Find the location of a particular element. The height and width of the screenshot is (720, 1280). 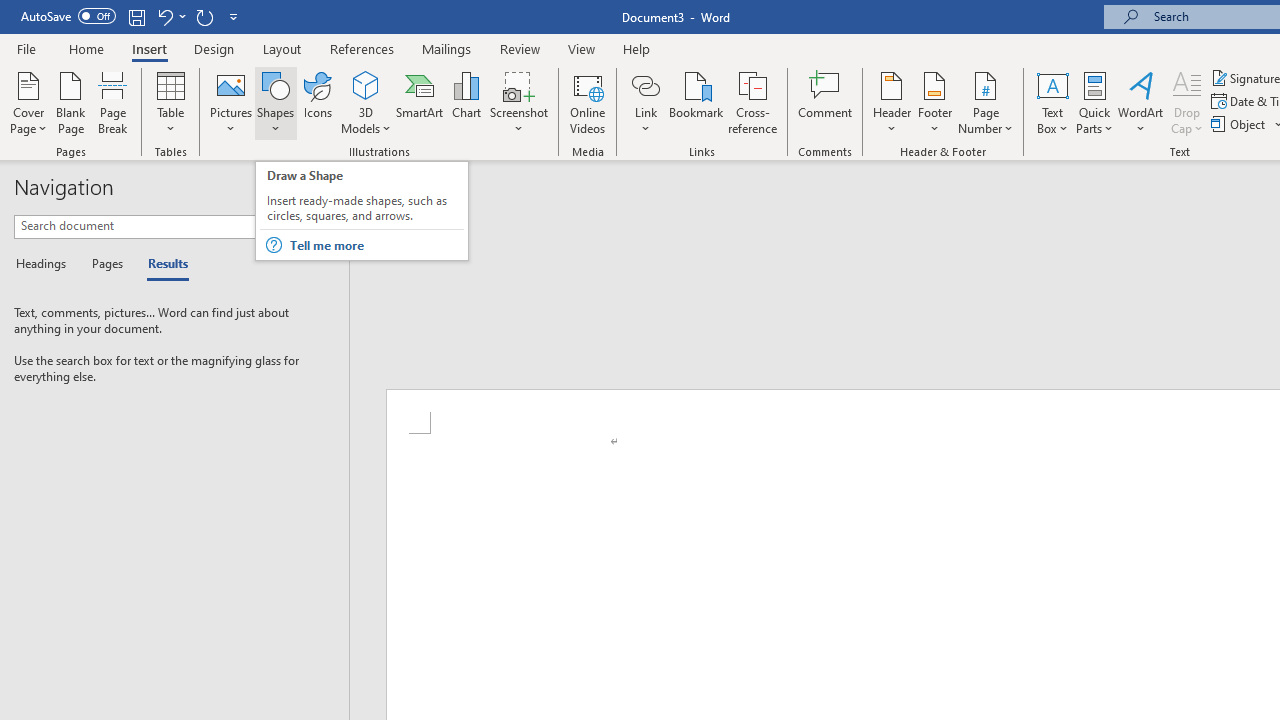

'SmartArt...' is located at coordinates (418, 103).